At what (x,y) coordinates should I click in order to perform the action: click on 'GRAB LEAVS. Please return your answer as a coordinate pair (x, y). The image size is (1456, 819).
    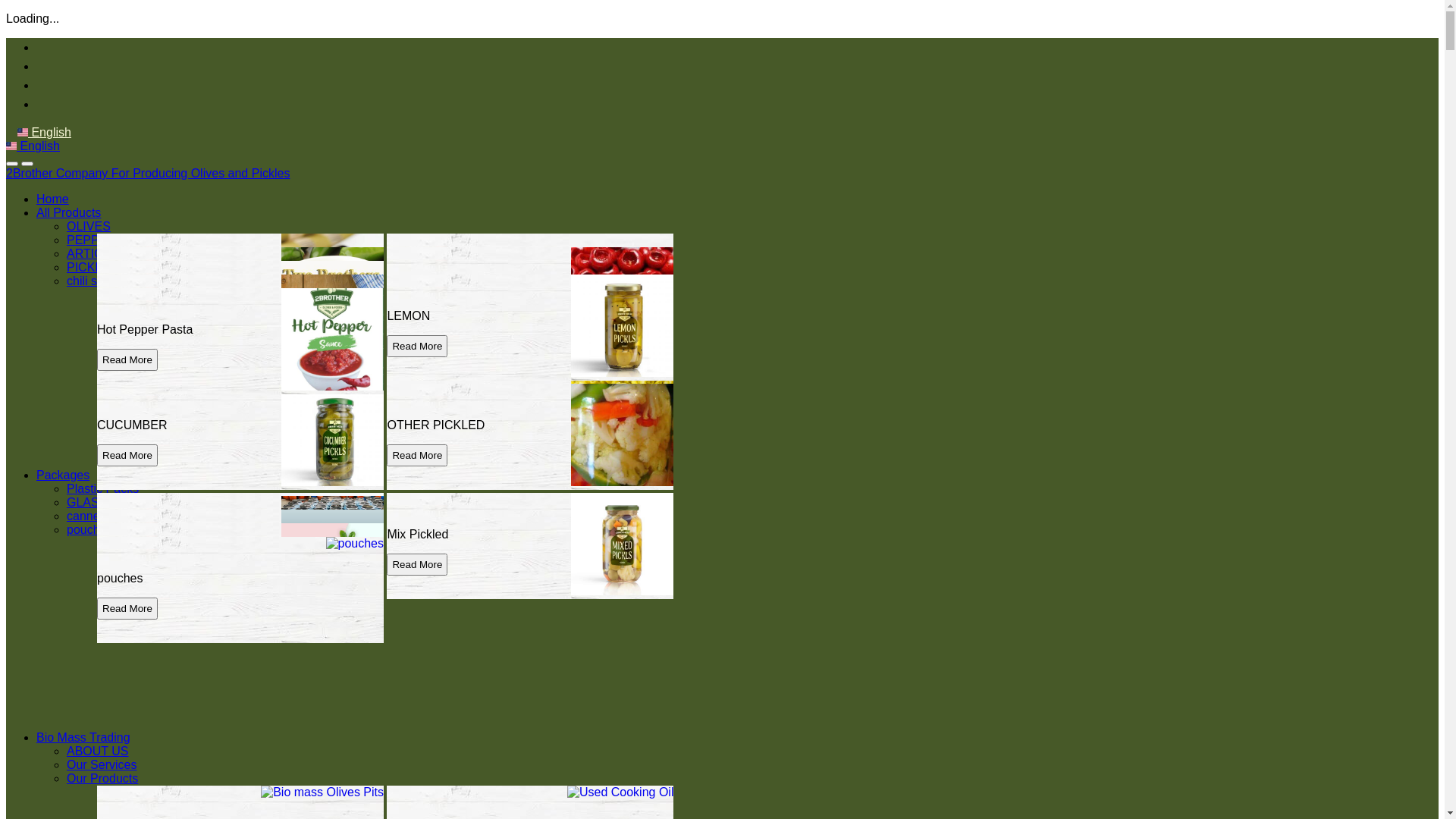
    Looking at the image, I should click on (239, 327).